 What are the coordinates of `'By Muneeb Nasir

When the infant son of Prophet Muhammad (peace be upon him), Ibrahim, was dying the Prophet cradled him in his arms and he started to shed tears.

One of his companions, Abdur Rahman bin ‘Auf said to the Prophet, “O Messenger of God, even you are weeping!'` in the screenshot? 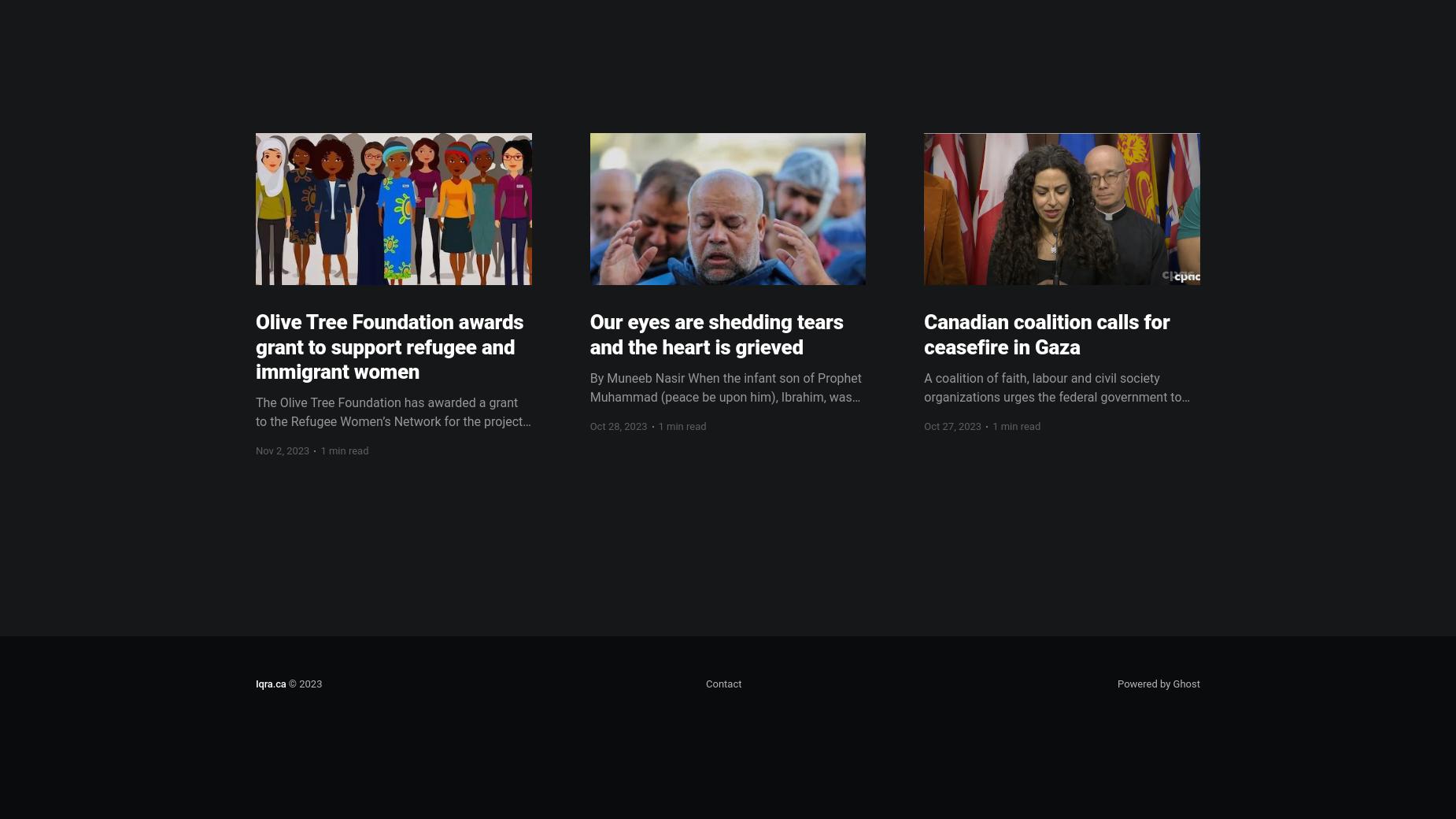 It's located at (726, 424).